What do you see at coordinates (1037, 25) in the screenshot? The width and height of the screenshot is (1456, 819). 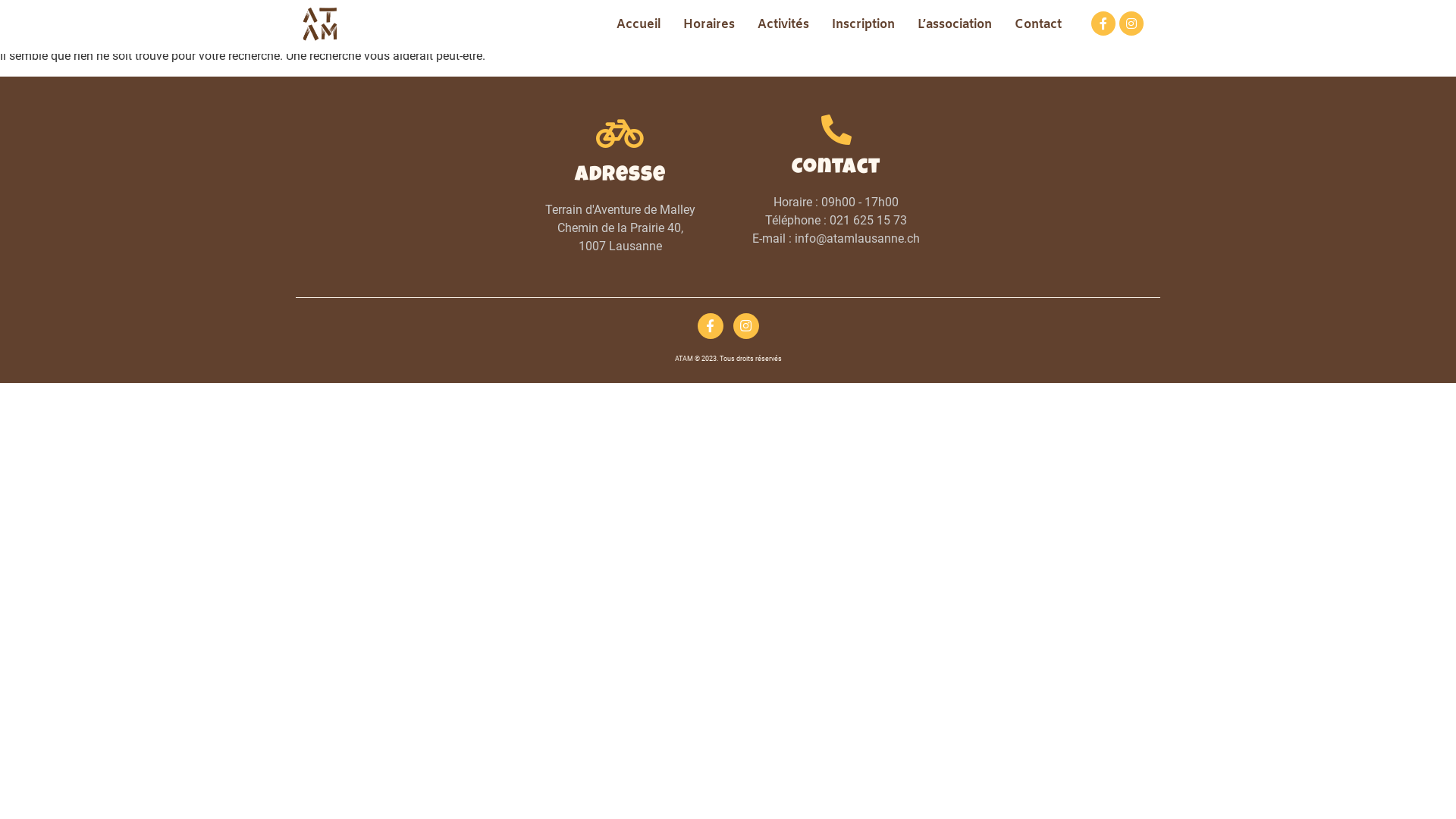 I see `'Contact'` at bounding box center [1037, 25].